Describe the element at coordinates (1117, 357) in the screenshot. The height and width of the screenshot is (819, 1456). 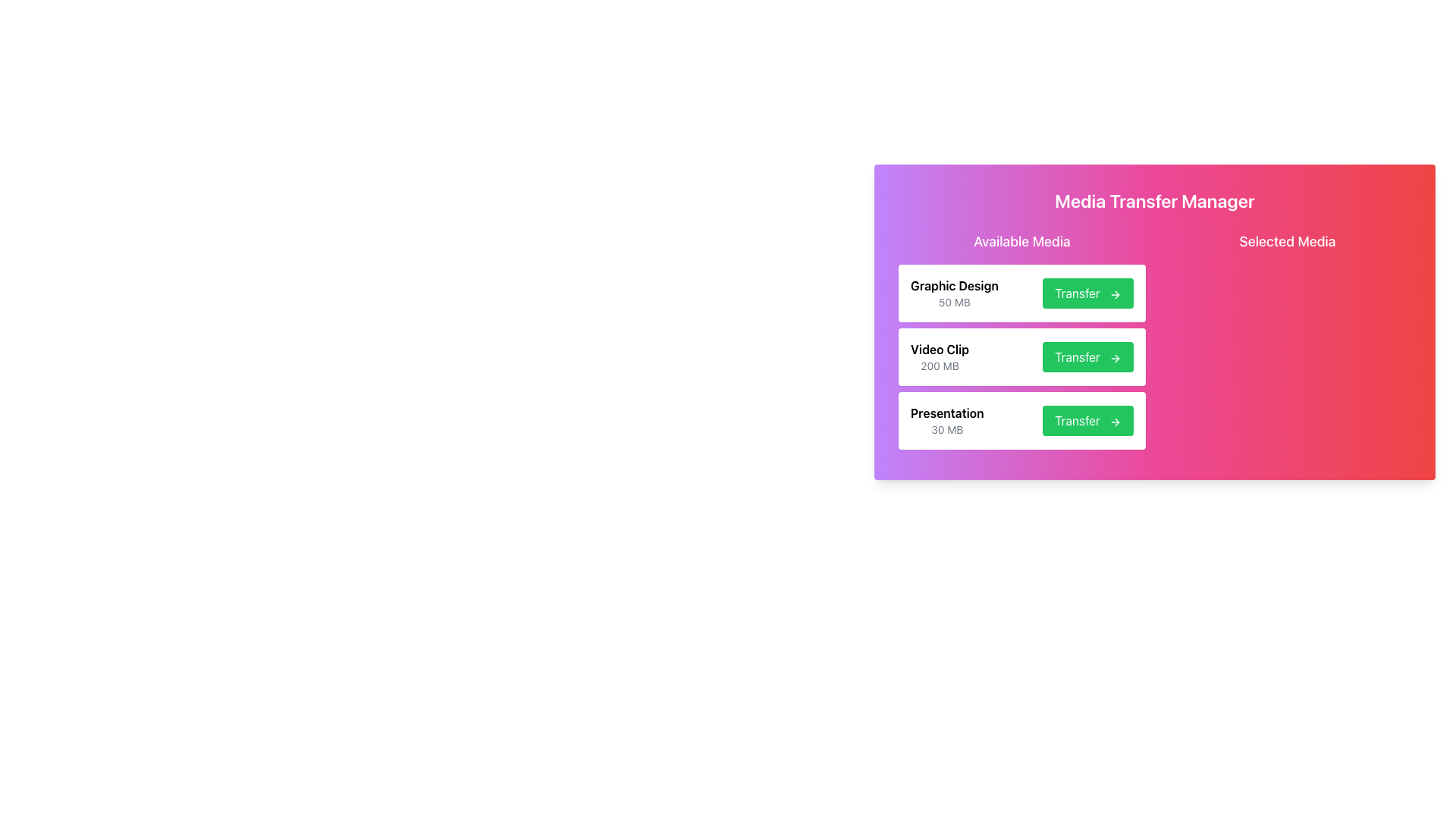
I see `the stylized arrow icon of the 'Transfer' button located` at that location.